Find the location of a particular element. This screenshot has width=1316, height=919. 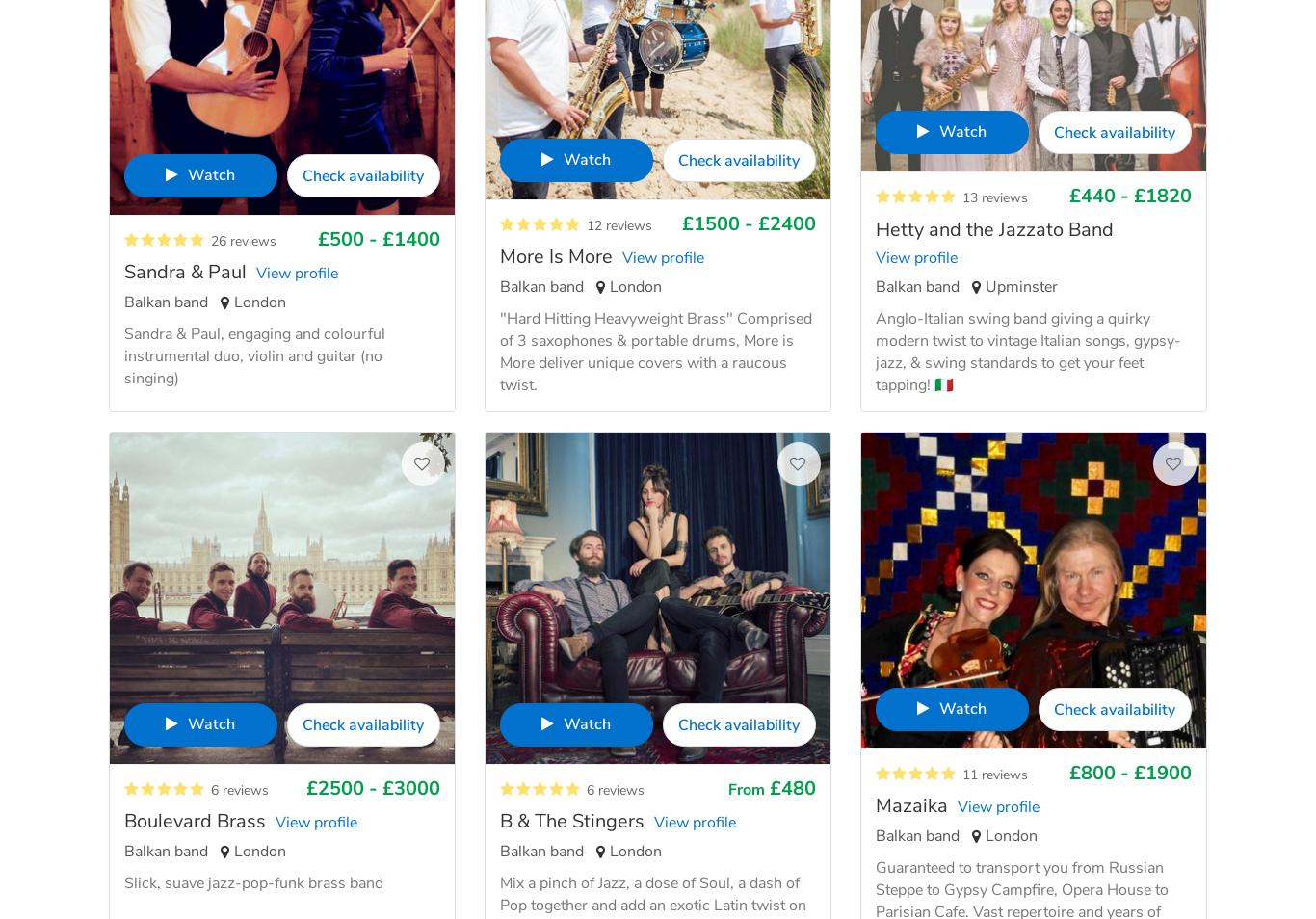

'£800 - £1900' is located at coordinates (1130, 772).